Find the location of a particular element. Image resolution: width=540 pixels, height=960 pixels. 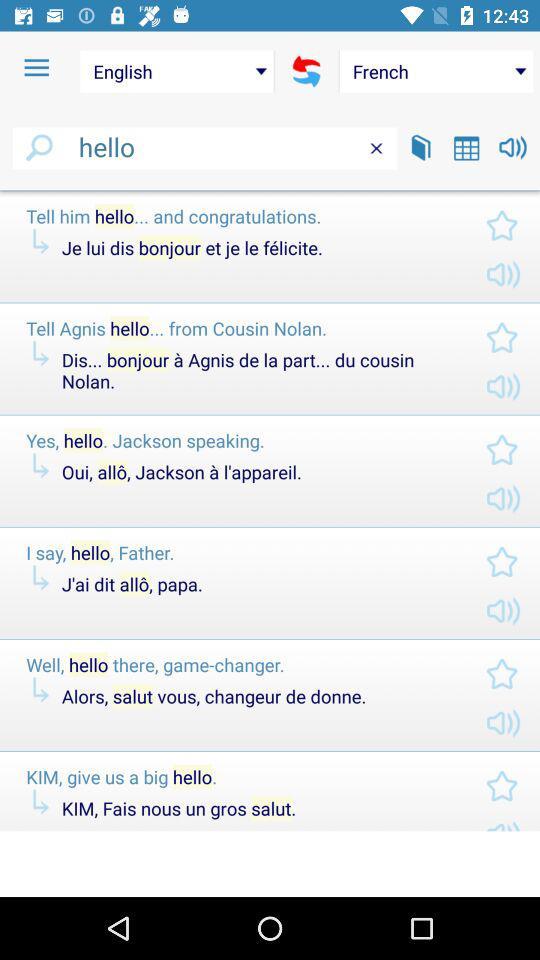

the icon below french item is located at coordinates (466, 147).